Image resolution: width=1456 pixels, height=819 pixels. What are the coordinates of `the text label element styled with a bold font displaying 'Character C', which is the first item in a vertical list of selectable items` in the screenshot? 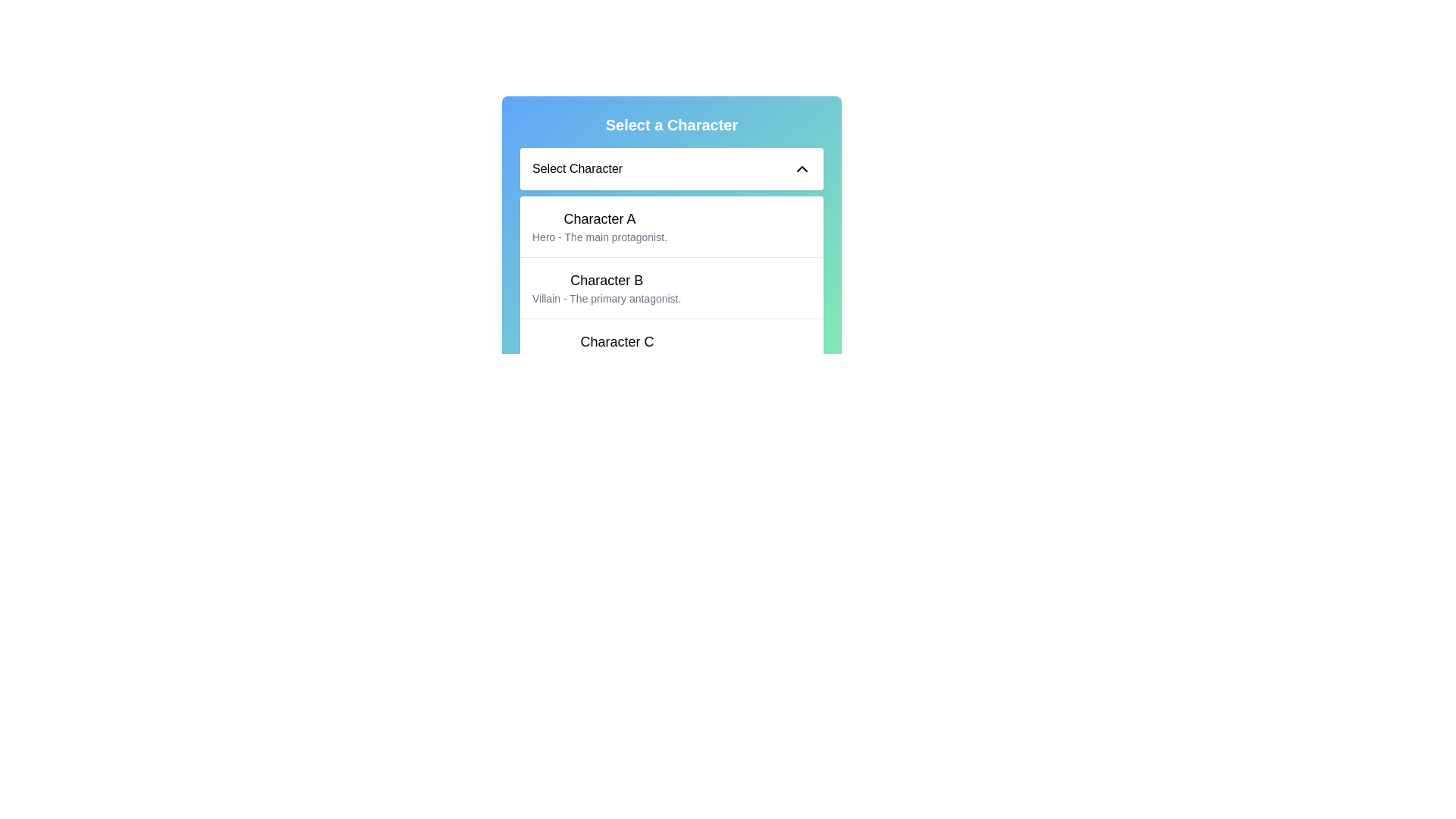 It's located at (617, 342).